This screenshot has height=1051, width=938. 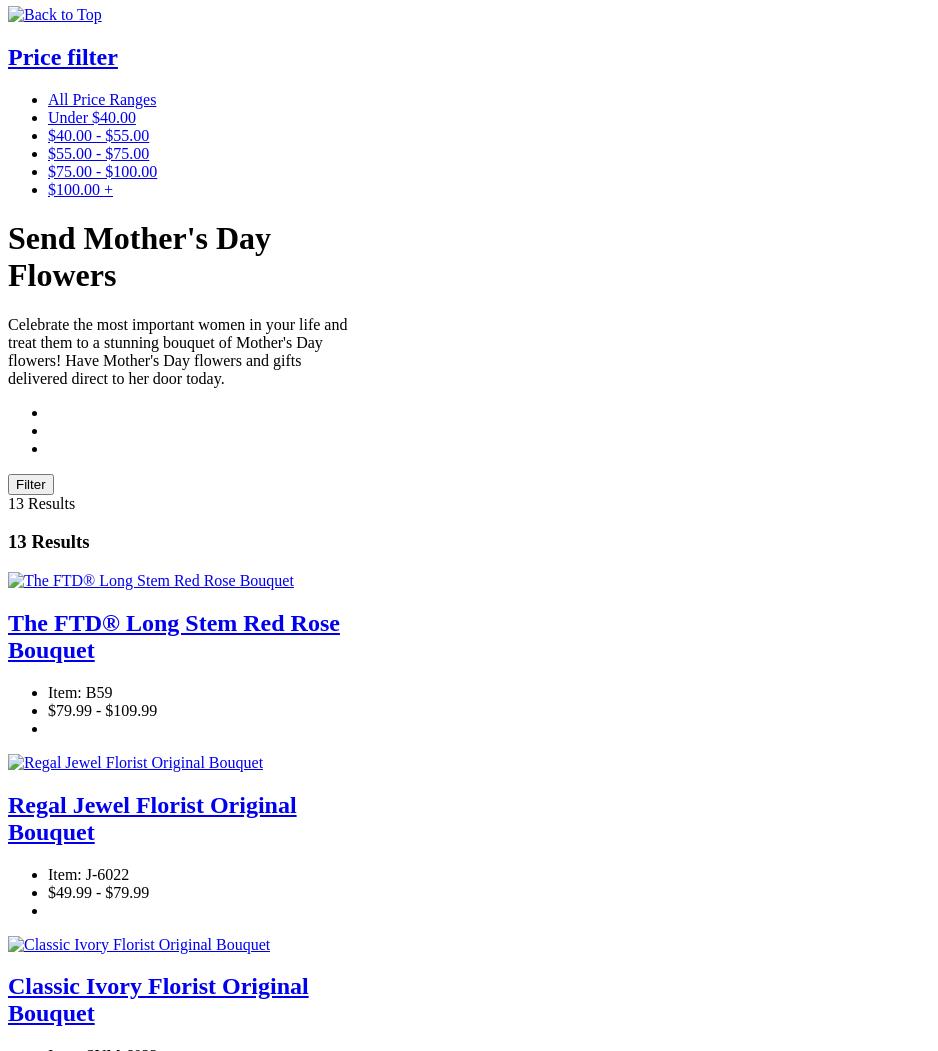 What do you see at coordinates (172, 634) in the screenshot?
I see `'The FTD® Long Stem Red Rose Bouquet'` at bounding box center [172, 634].